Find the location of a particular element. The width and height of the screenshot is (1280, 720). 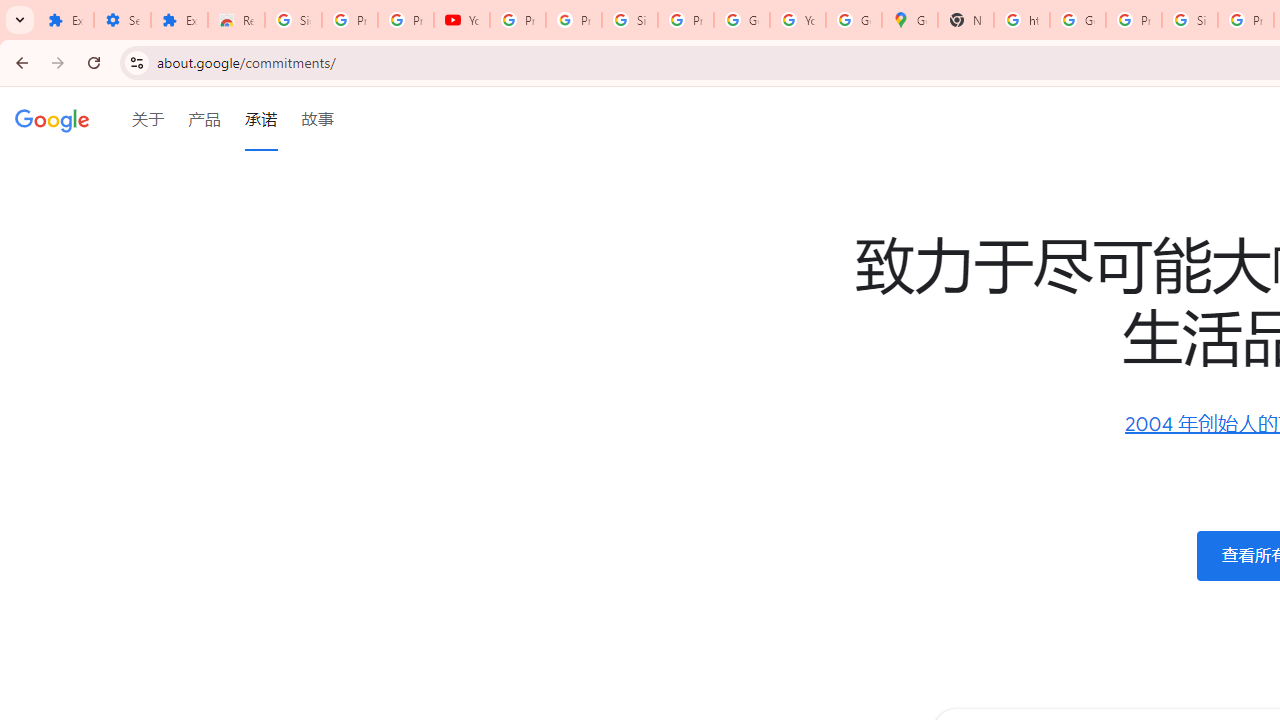

'Google Account' is located at coordinates (741, 20).